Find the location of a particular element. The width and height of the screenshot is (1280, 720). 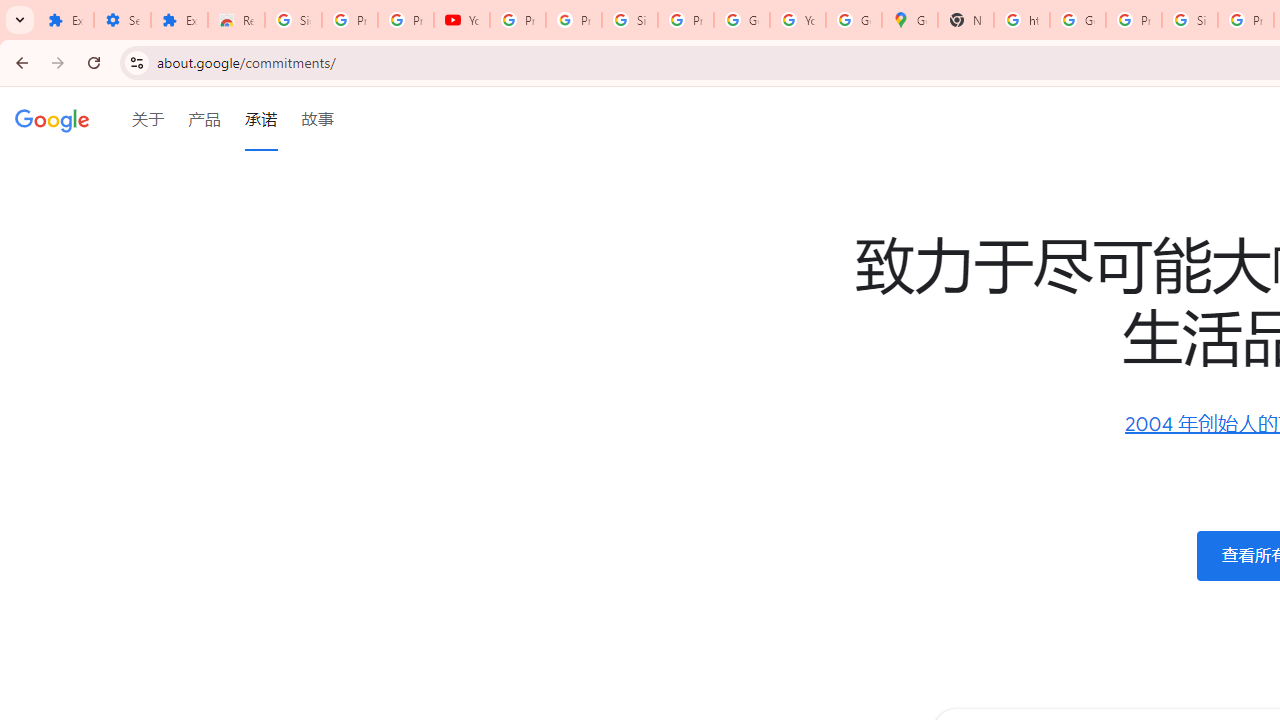

'Google Account' is located at coordinates (741, 20).